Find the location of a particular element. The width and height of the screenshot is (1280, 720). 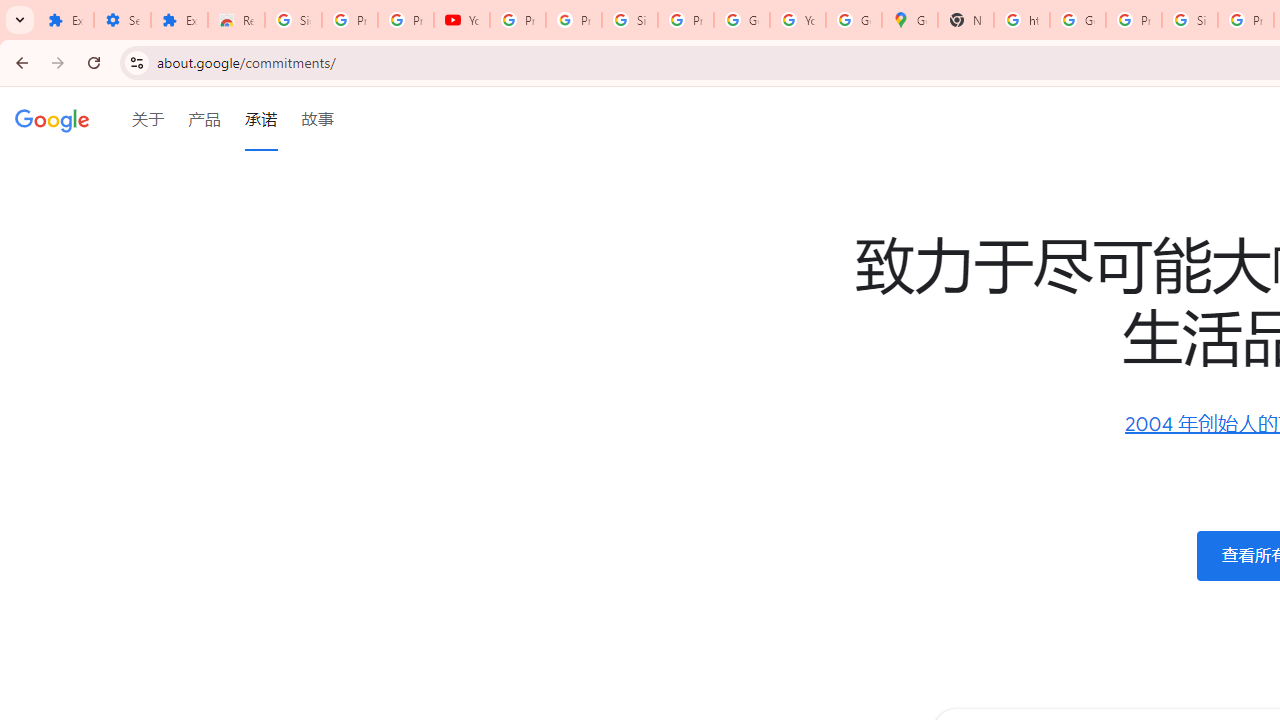

'Google Account' is located at coordinates (741, 20).